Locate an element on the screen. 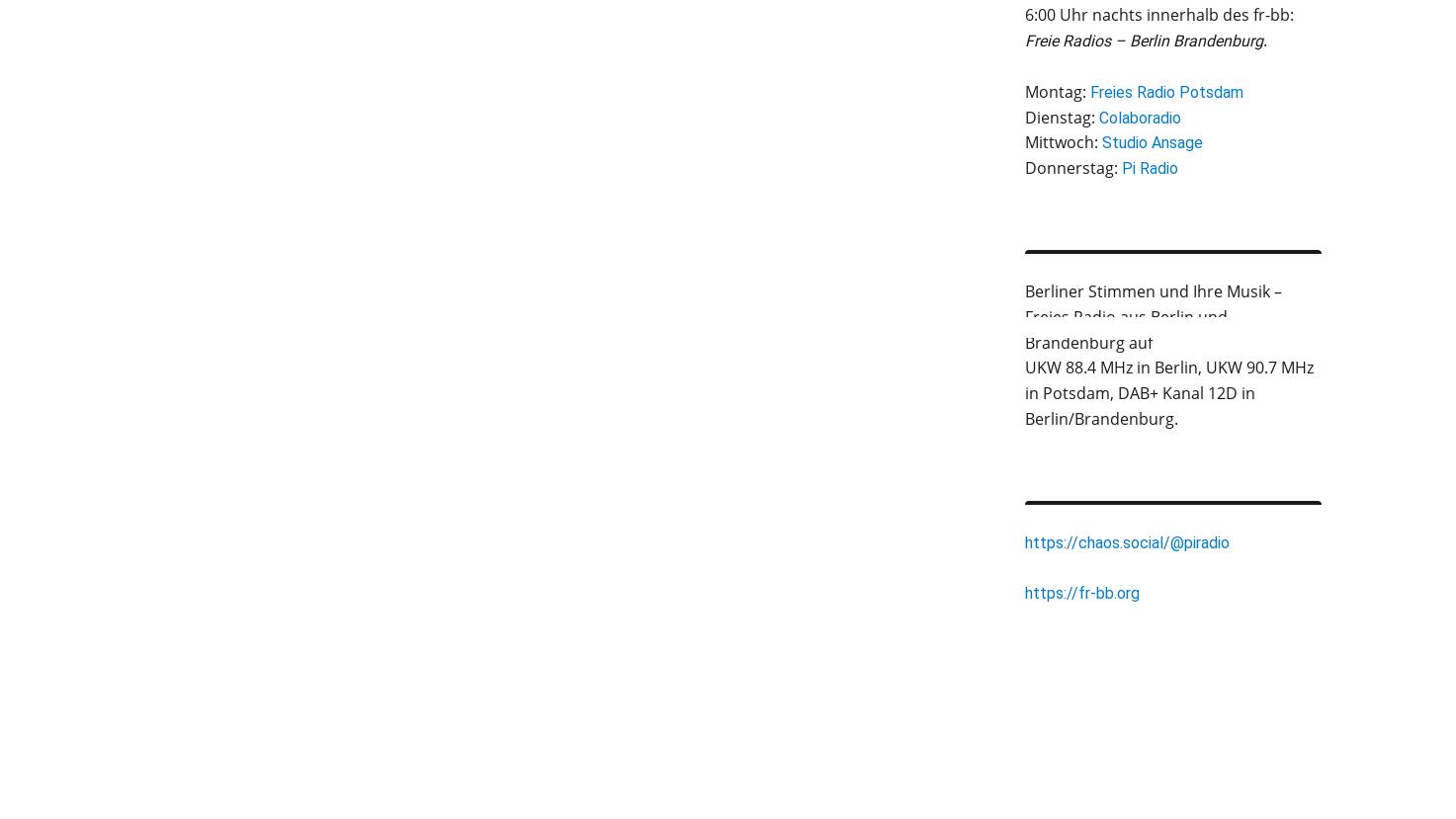 This screenshot has width=1456, height=819. 'https://fr-bb.org' is located at coordinates (1080, 592).